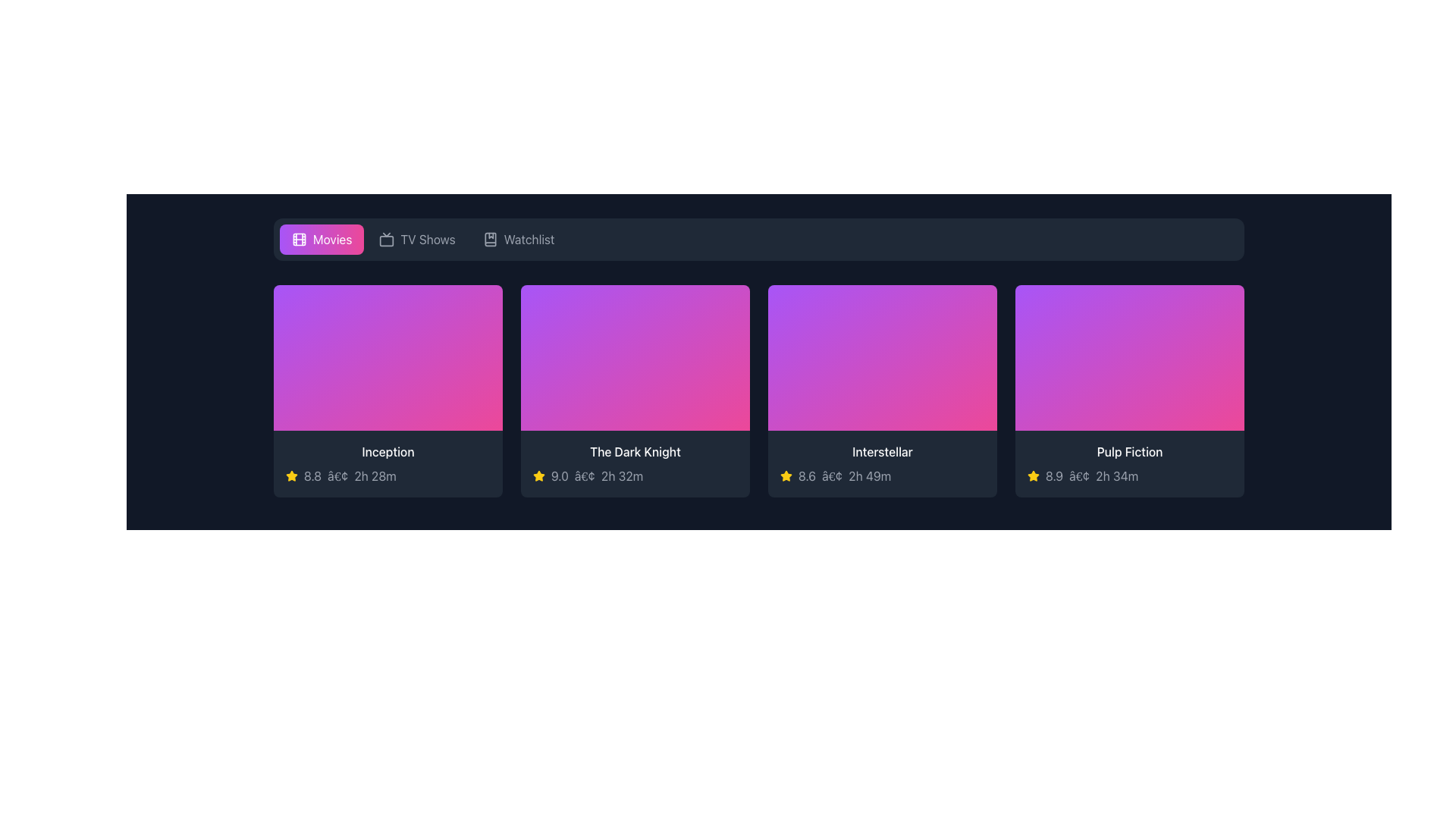 The width and height of the screenshot is (1456, 819). What do you see at coordinates (831, 475) in the screenshot?
I see `the text display element that serves as a separator between the rating '8.6' and the duration '2h 49m' in the film information bar` at bounding box center [831, 475].